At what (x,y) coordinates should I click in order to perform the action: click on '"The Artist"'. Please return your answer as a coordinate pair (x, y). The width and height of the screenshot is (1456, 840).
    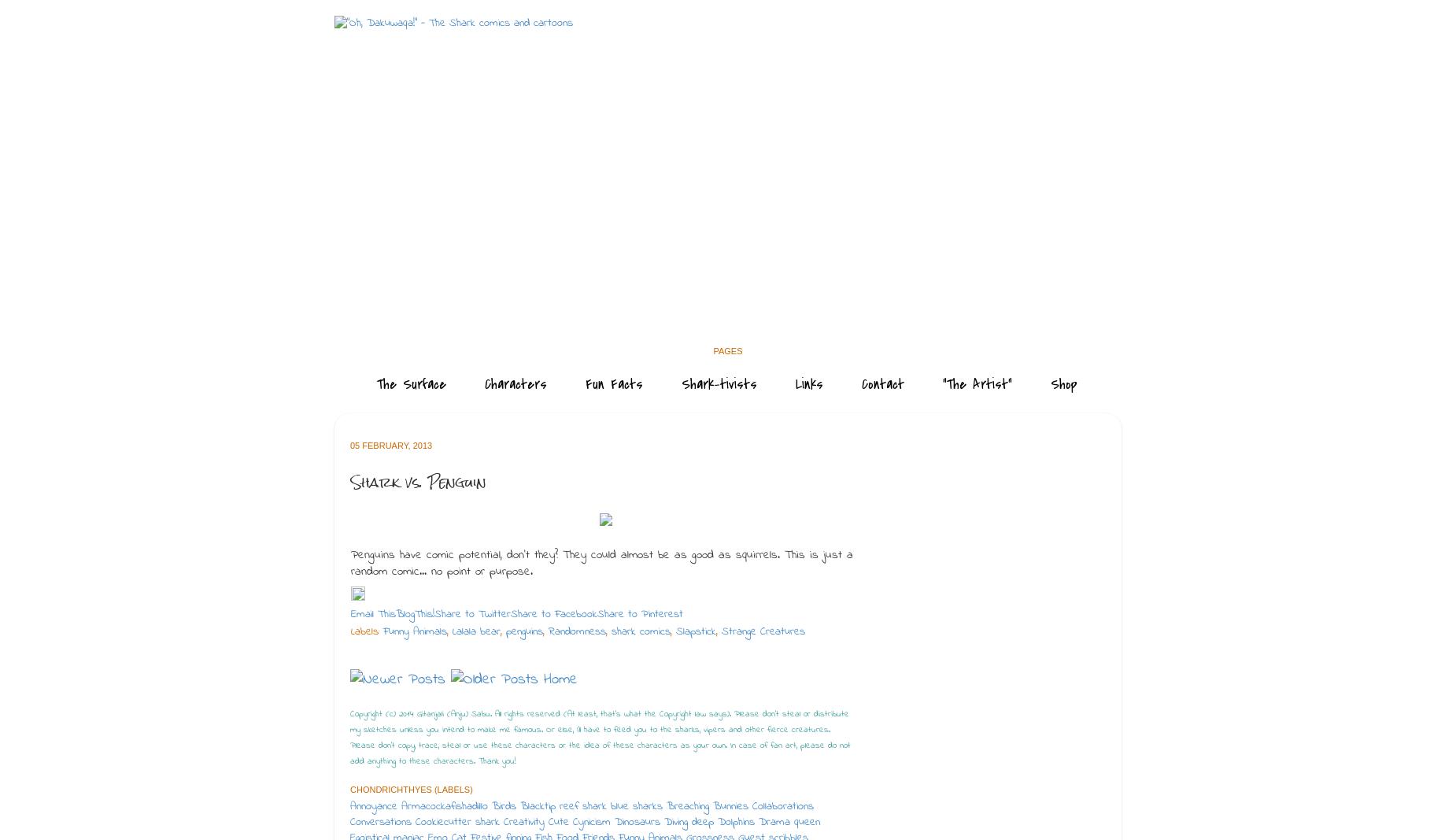
    Looking at the image, I should click on (977, 383).